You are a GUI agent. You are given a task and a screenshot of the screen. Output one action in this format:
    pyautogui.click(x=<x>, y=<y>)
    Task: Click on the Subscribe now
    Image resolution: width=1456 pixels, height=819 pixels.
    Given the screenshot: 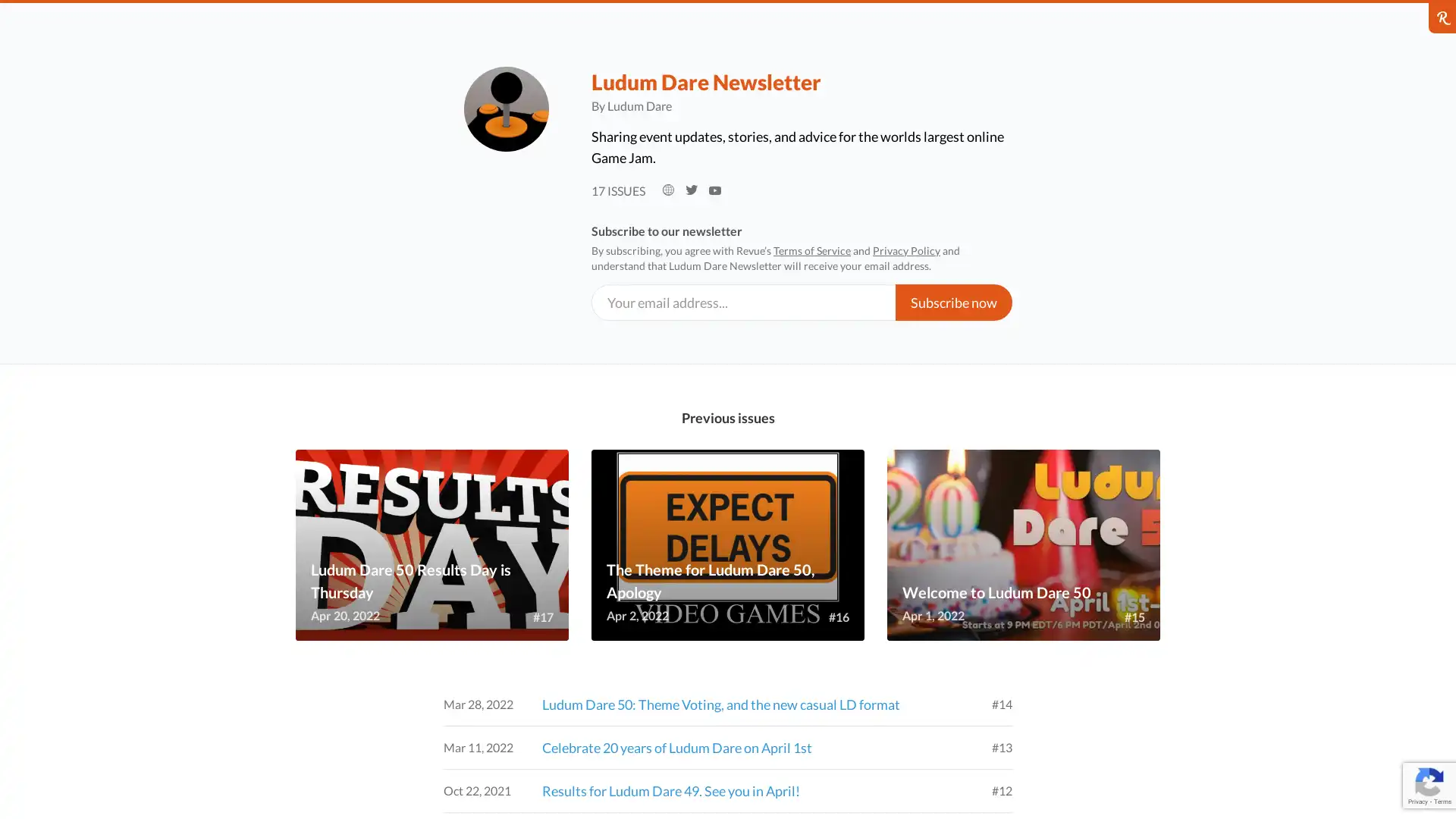 What is the action you would take?
    pyautogui.click(x=952, y=302)
    